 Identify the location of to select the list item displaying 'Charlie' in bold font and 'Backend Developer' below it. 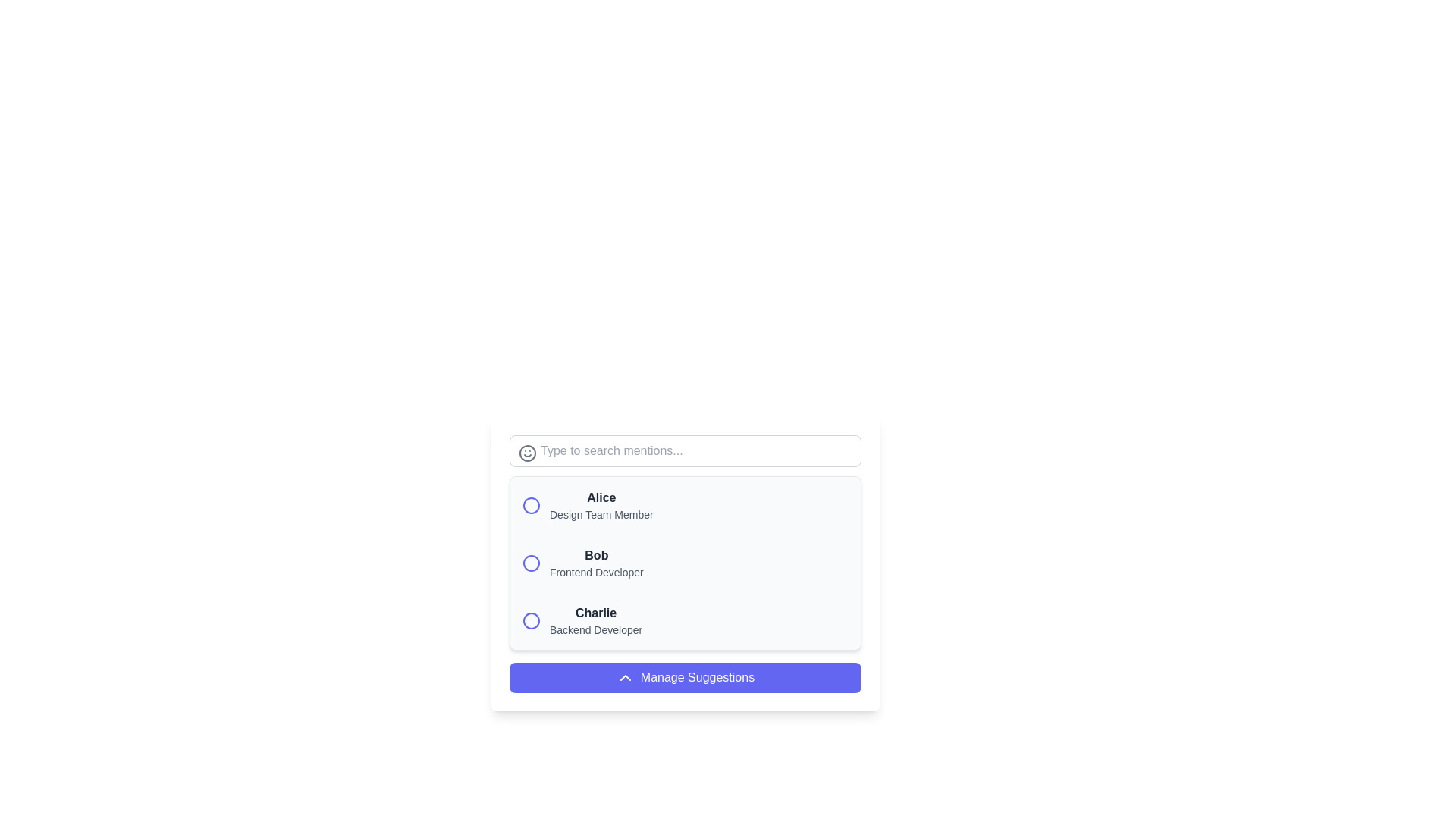
(684, 620).